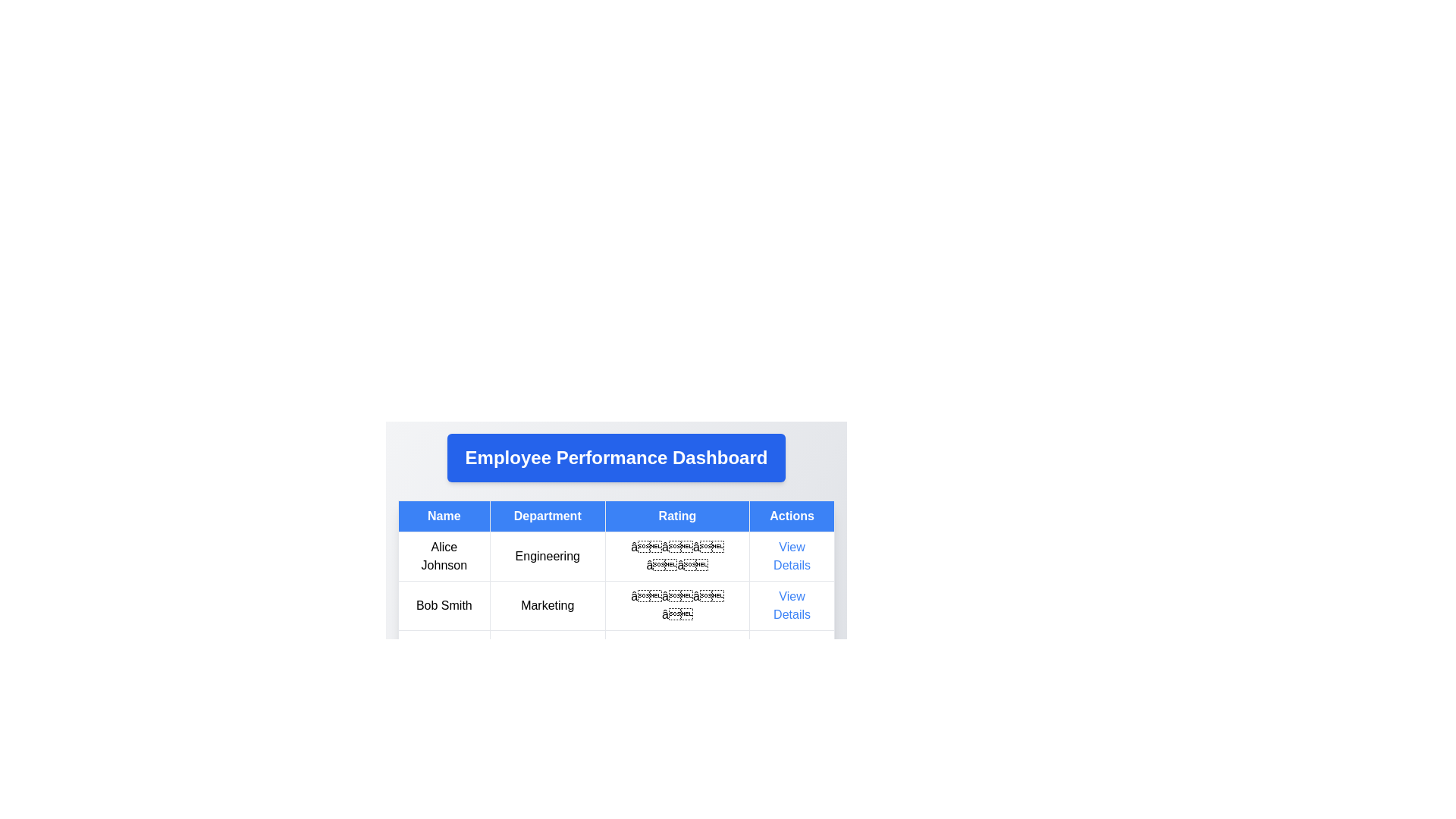 Image resolution: width=1456 pixels, height=819 pixels. Describe the element at coordinates (791, 604) in the screenshot. I see `the hyperlink in the fourth column of the second row of the table that is associated with 'Bob Smith' in the 'Marketing' department` at that location.